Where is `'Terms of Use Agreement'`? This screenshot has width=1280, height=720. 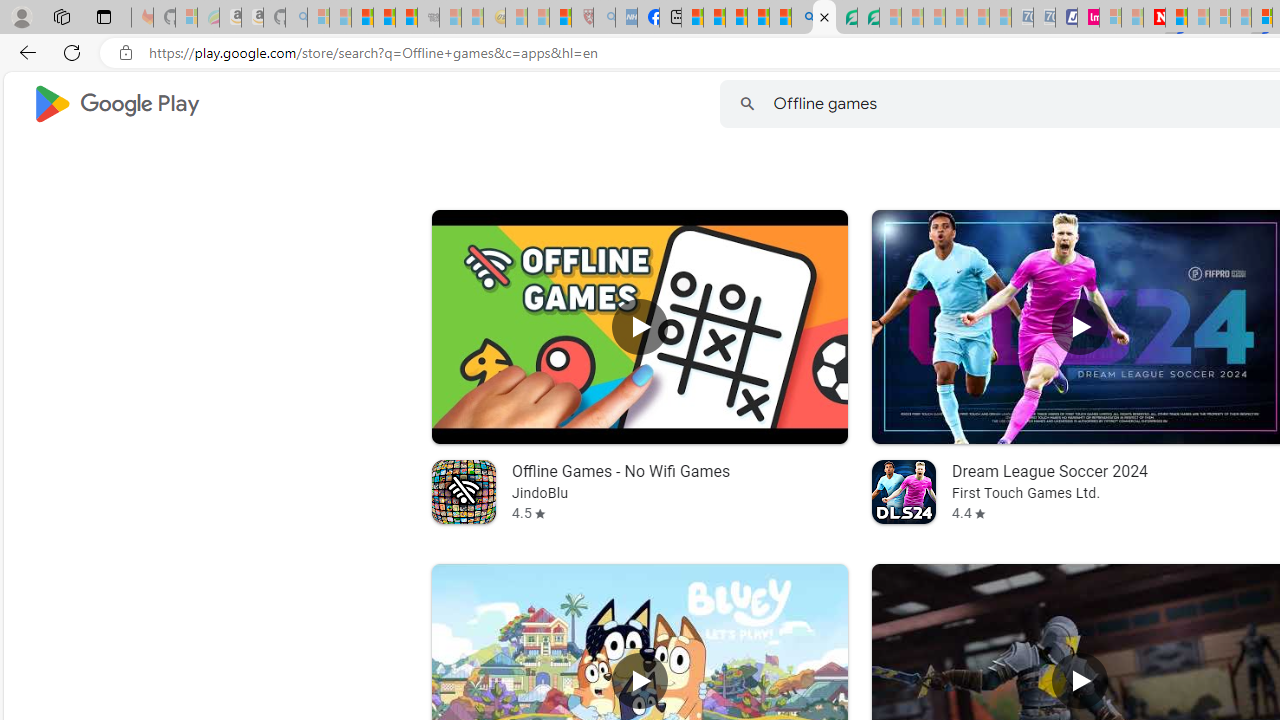
'Terms of Use Agreement' is located at coordinates (846, 17).